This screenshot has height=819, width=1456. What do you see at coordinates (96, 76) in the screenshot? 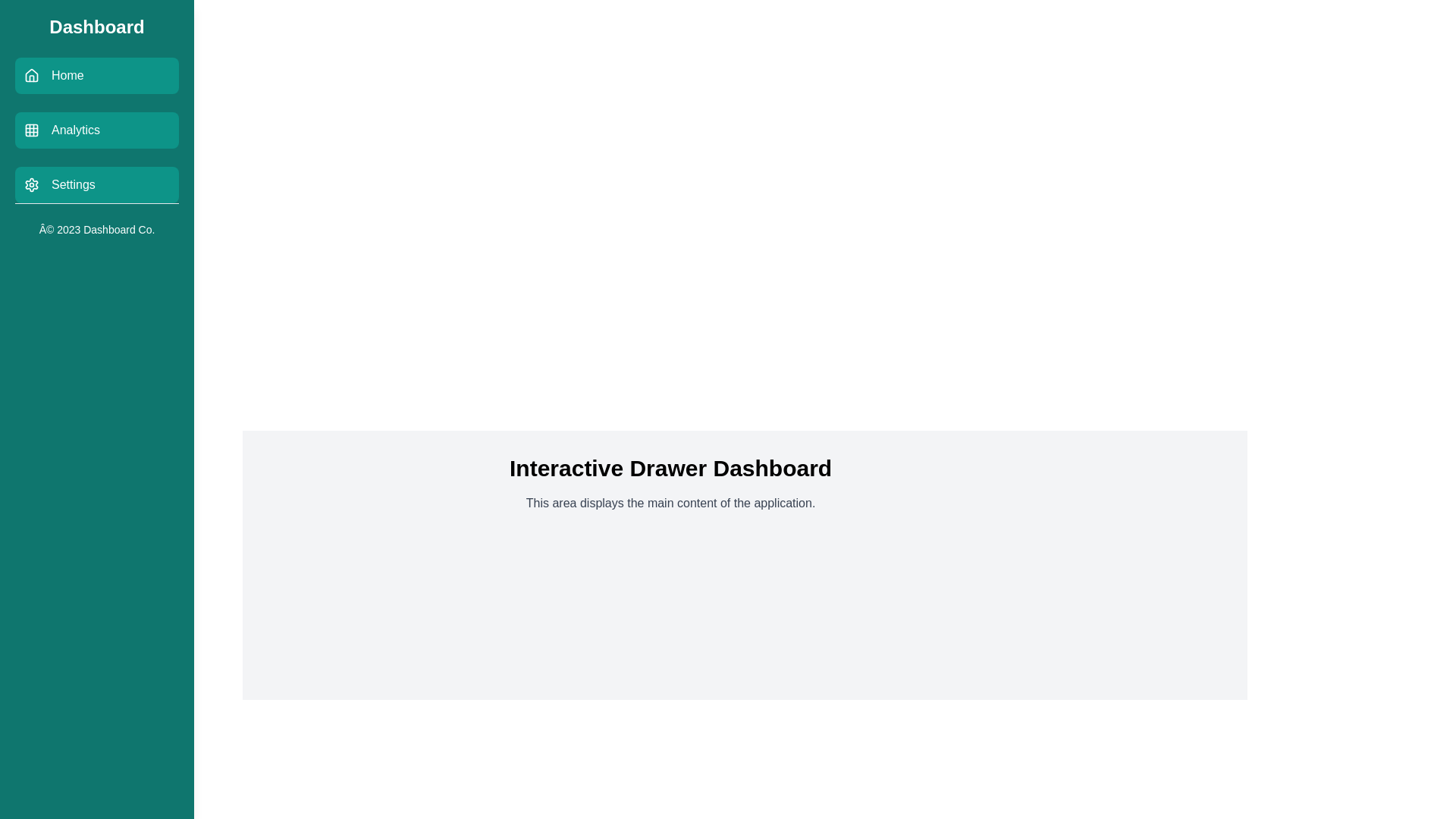
I see `the menu item labeled Home to navigate to the corresponding section` at bounding box center [96, 76].